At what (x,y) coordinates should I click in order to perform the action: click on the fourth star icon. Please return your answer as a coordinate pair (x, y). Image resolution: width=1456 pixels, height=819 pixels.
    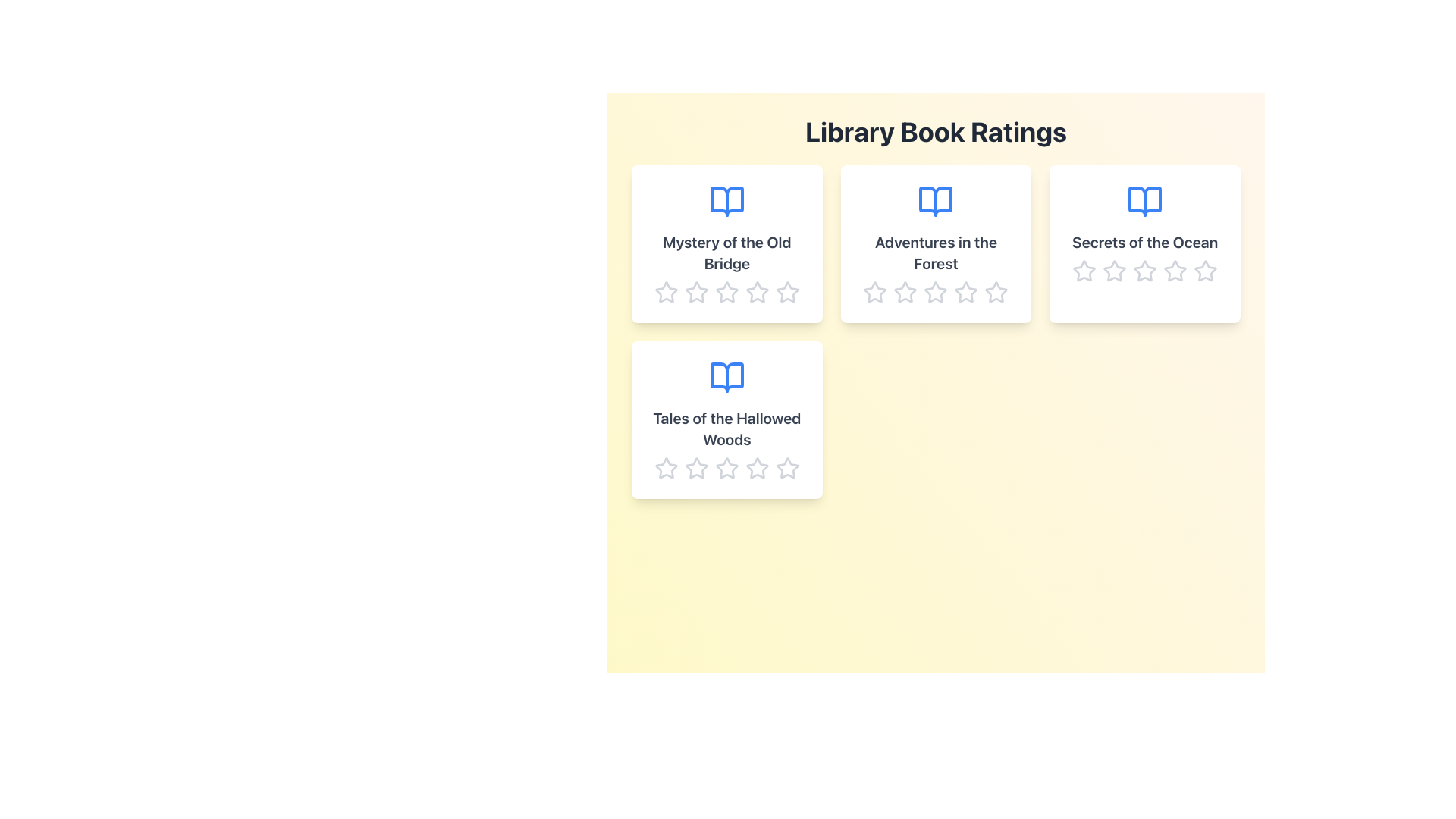
    Looking at the image, I should click on (757, 467).